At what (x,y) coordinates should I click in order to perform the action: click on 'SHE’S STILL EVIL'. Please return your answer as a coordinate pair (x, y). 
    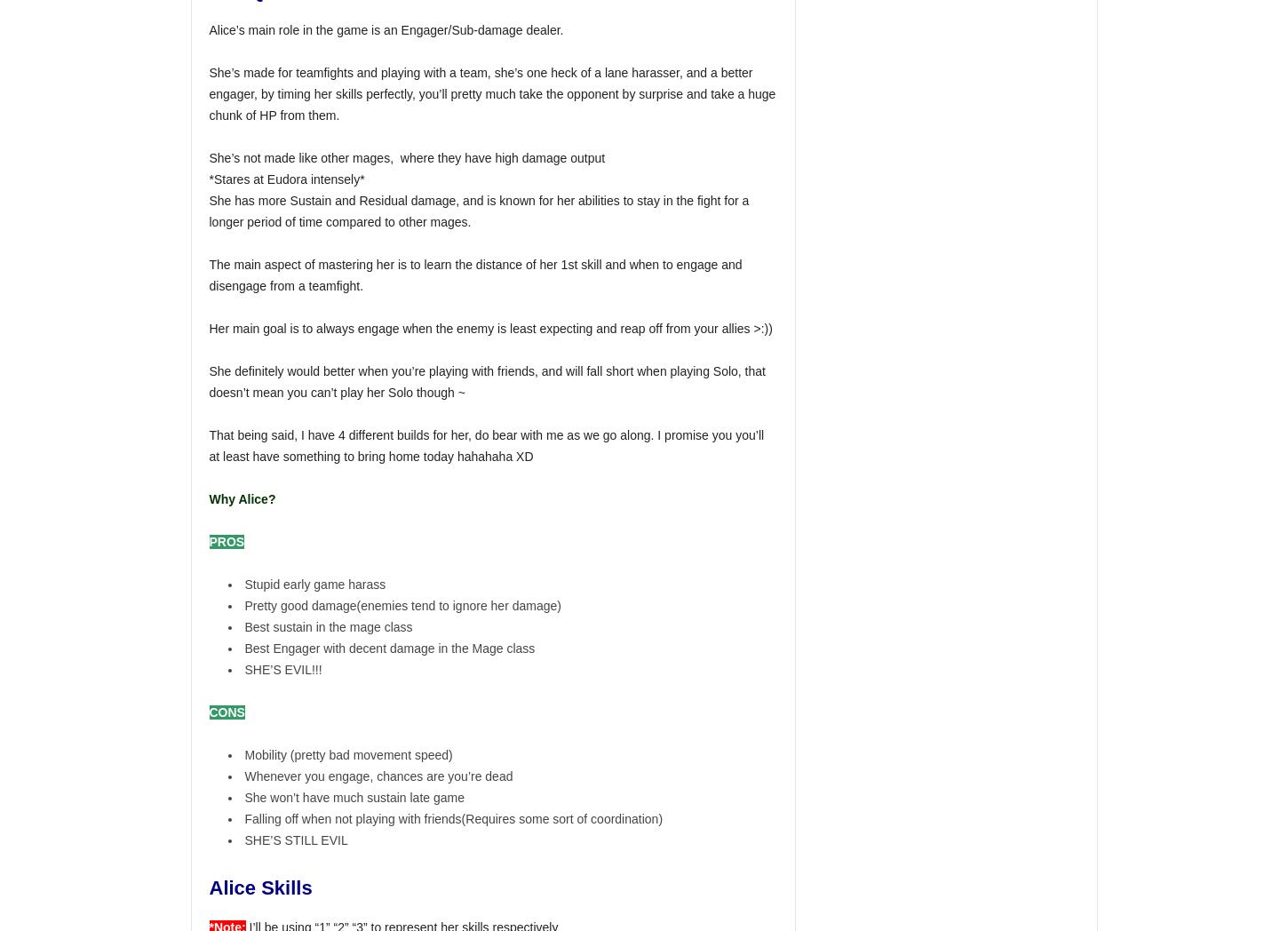
    Looking at the image, I should click on (244, 840).